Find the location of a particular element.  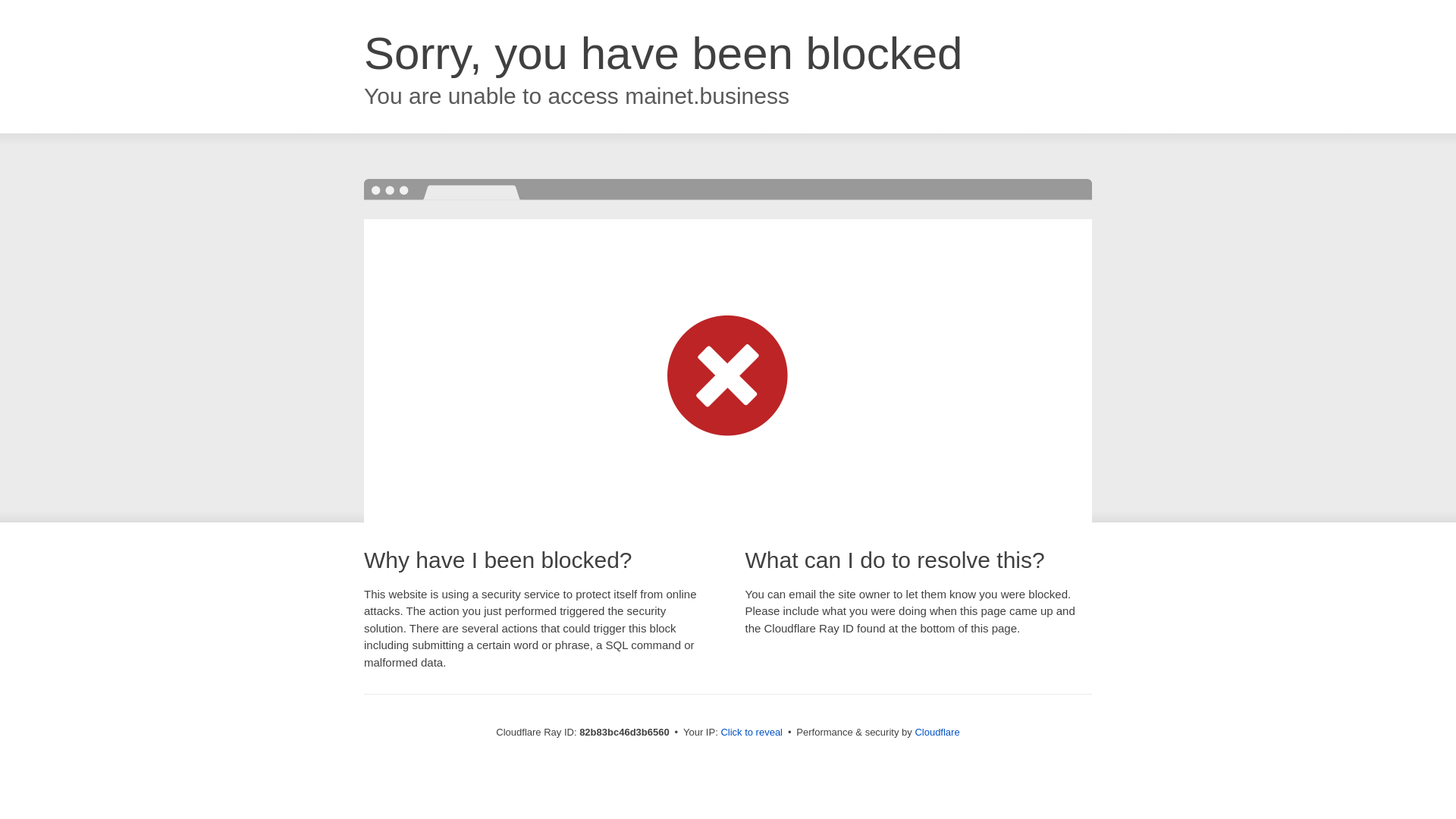

'Click to reveal' is located at coordinates (751, 731).